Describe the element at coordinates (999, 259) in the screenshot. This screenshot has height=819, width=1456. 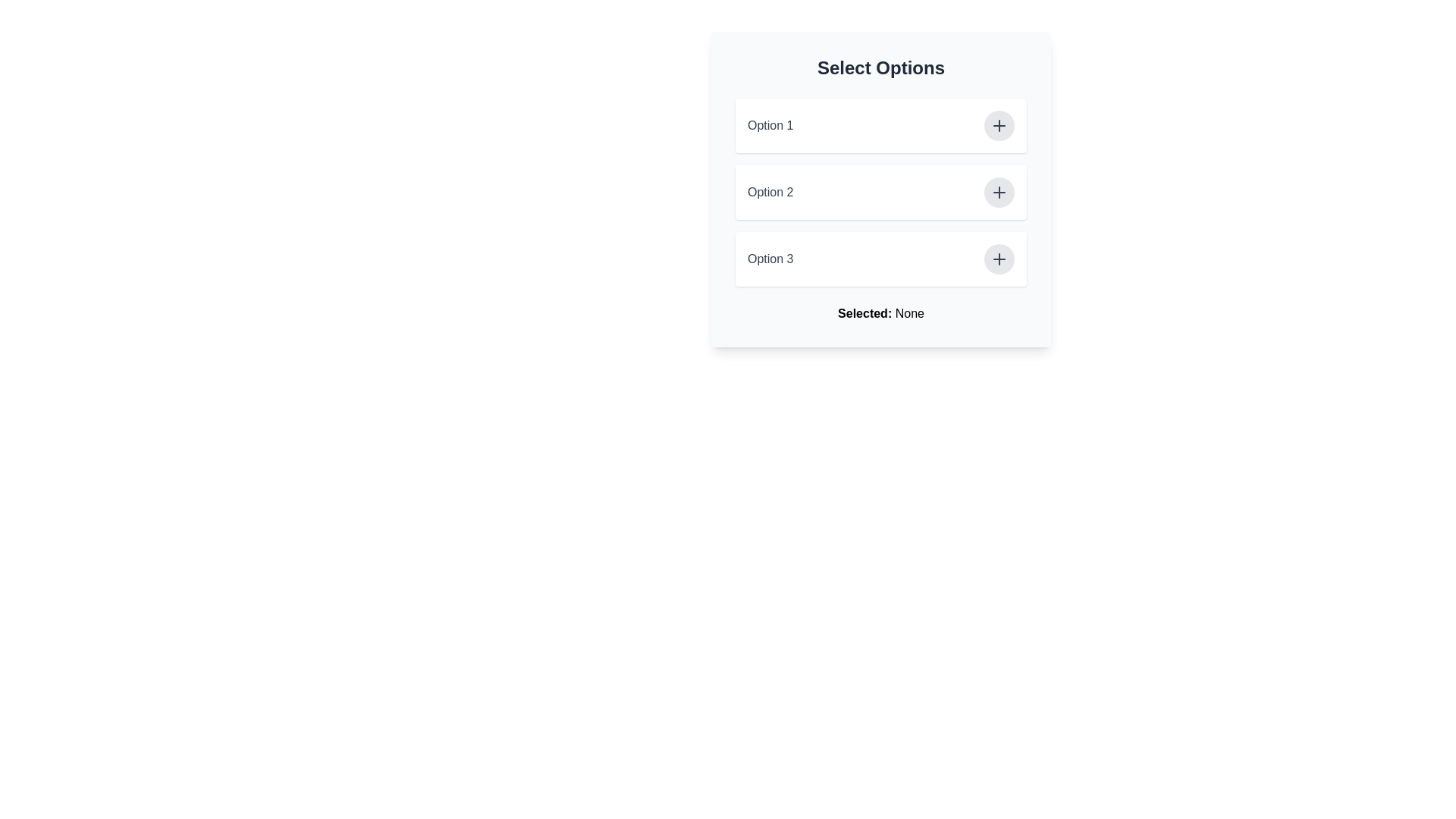
I see `the circular gray button with a '+' icon, located to the right of 'Option 3' in the list of buttons under 'Select Options'` at that location.